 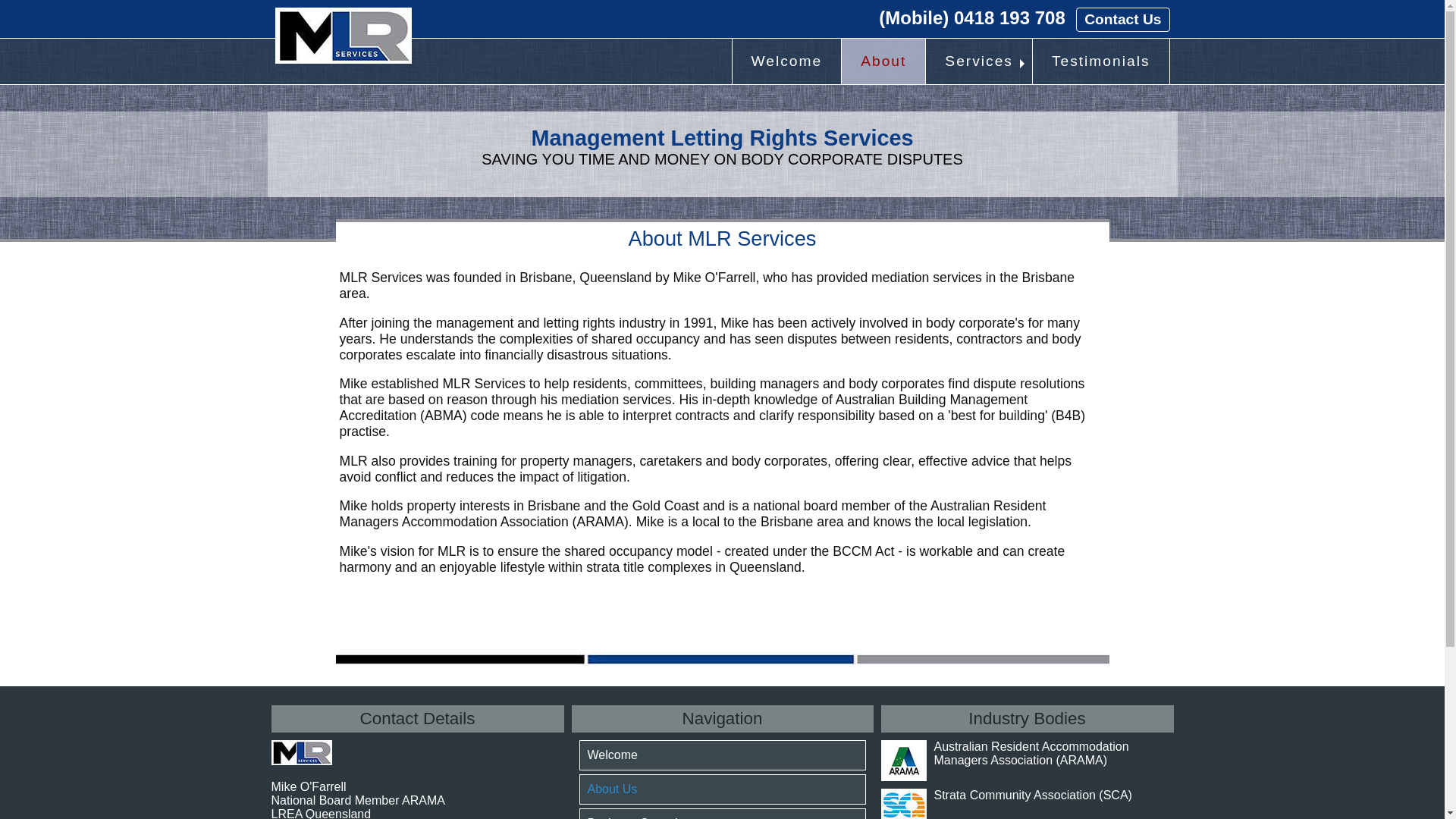 What do you see at coordinates (1032, 794) in the screenshot?
I see `'Strata Community Association (SCA)'` at bounding box center [1032, 794].